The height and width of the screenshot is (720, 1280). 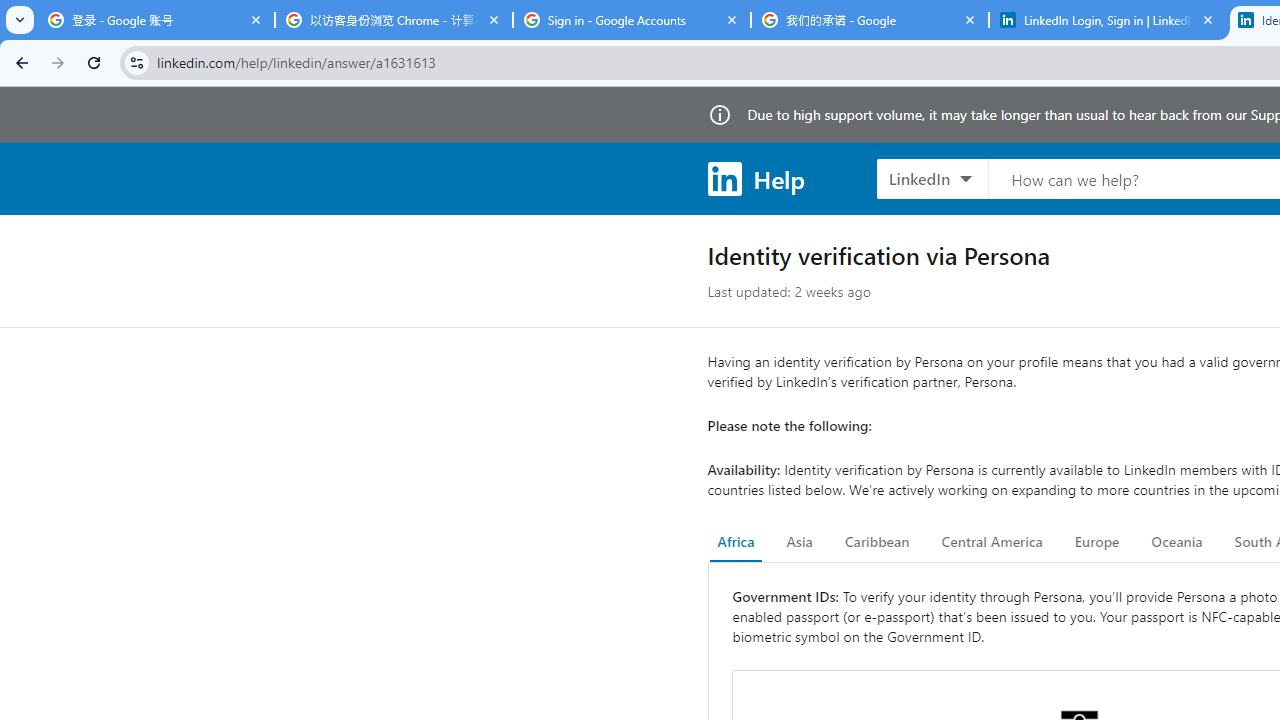 What do you see at coordinates (754, 177) in the screenshot?
I see `'Help'` at bounding box center [754, 177].